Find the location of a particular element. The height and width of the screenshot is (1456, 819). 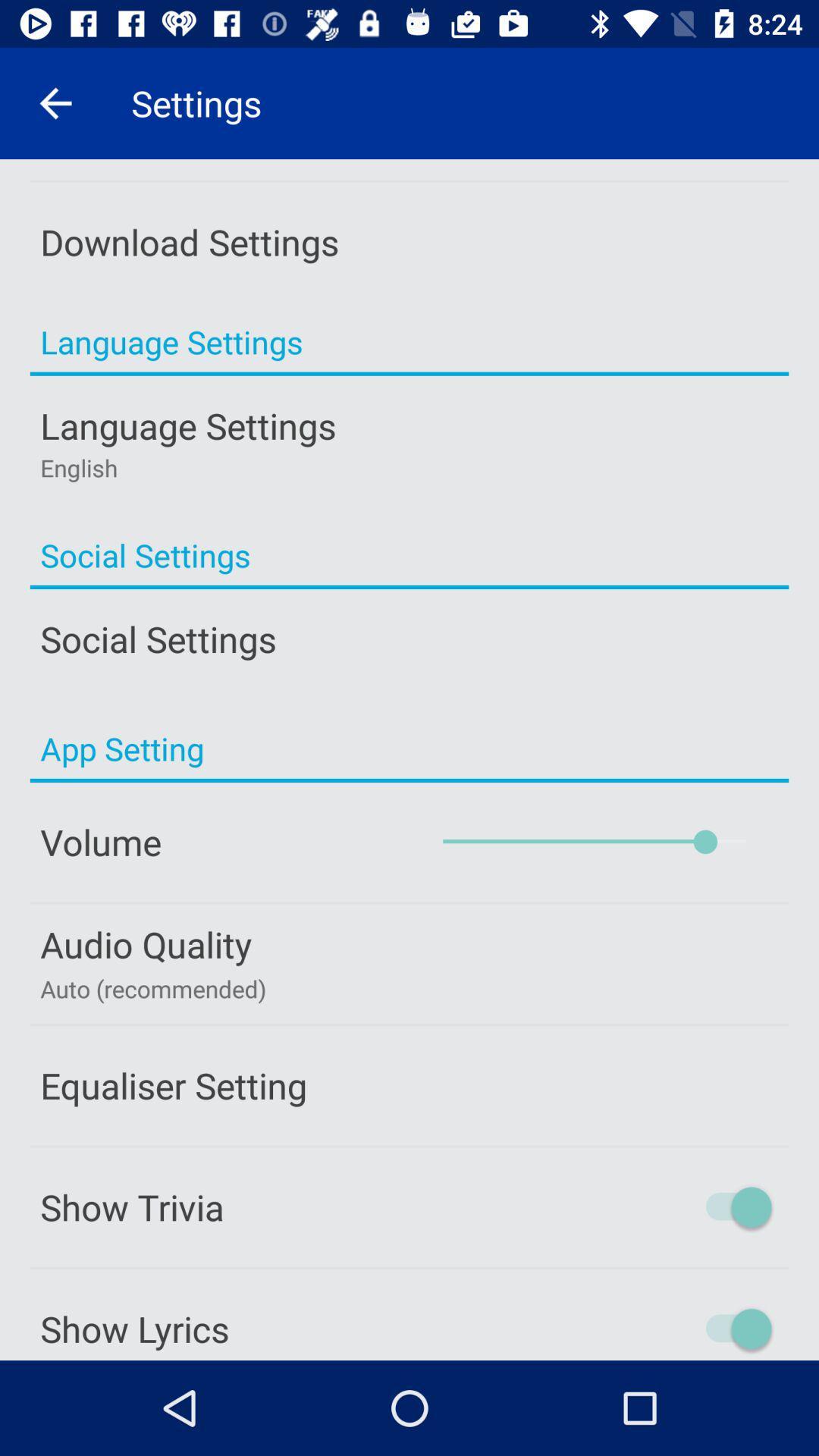

item to the left of settings icon is located at coordinates (55, 102).